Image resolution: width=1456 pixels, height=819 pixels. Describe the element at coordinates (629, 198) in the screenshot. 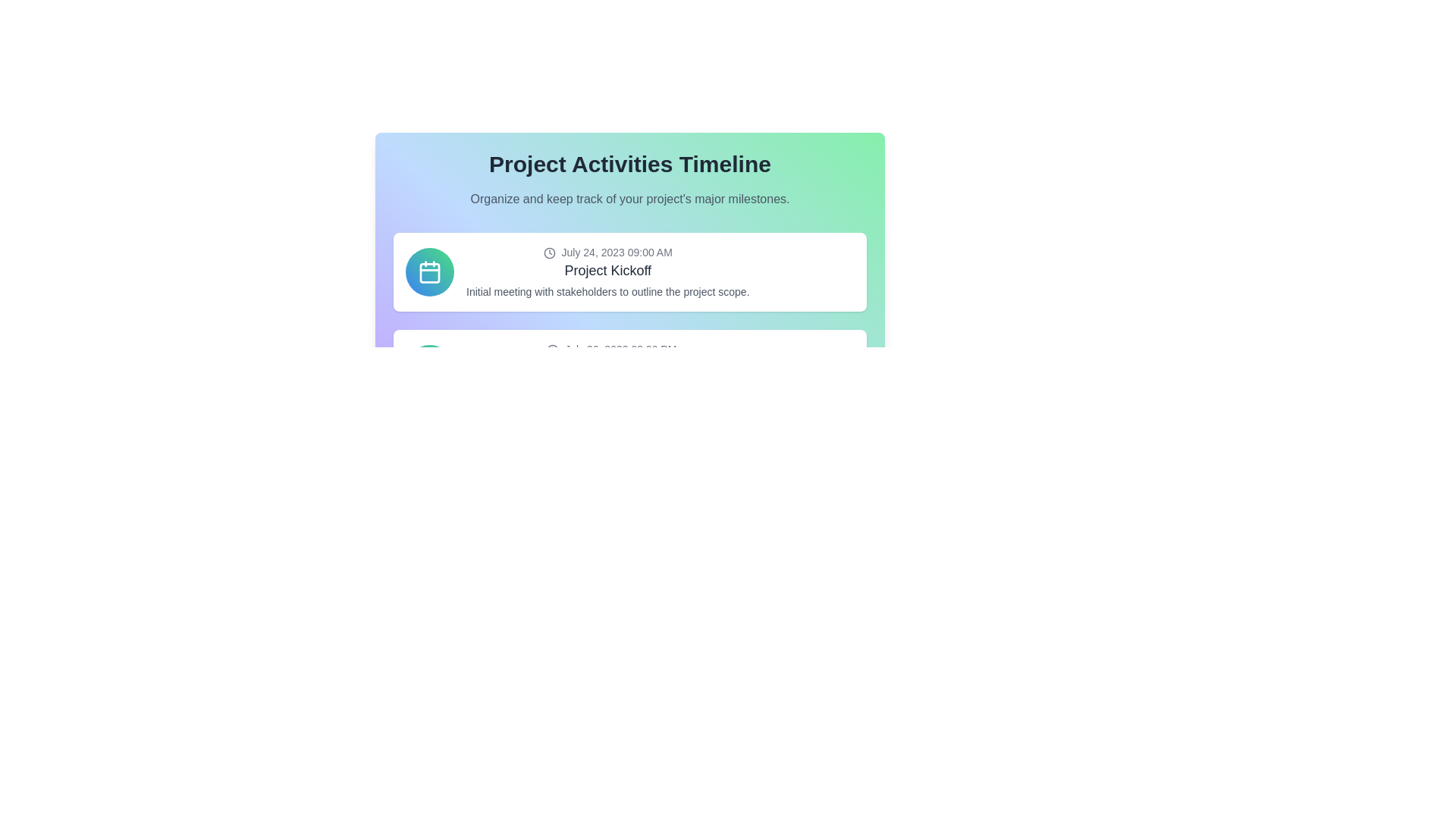

I see `the static text that provides additional context about the 'Project Activities Timeline', located below the heading` at that location.